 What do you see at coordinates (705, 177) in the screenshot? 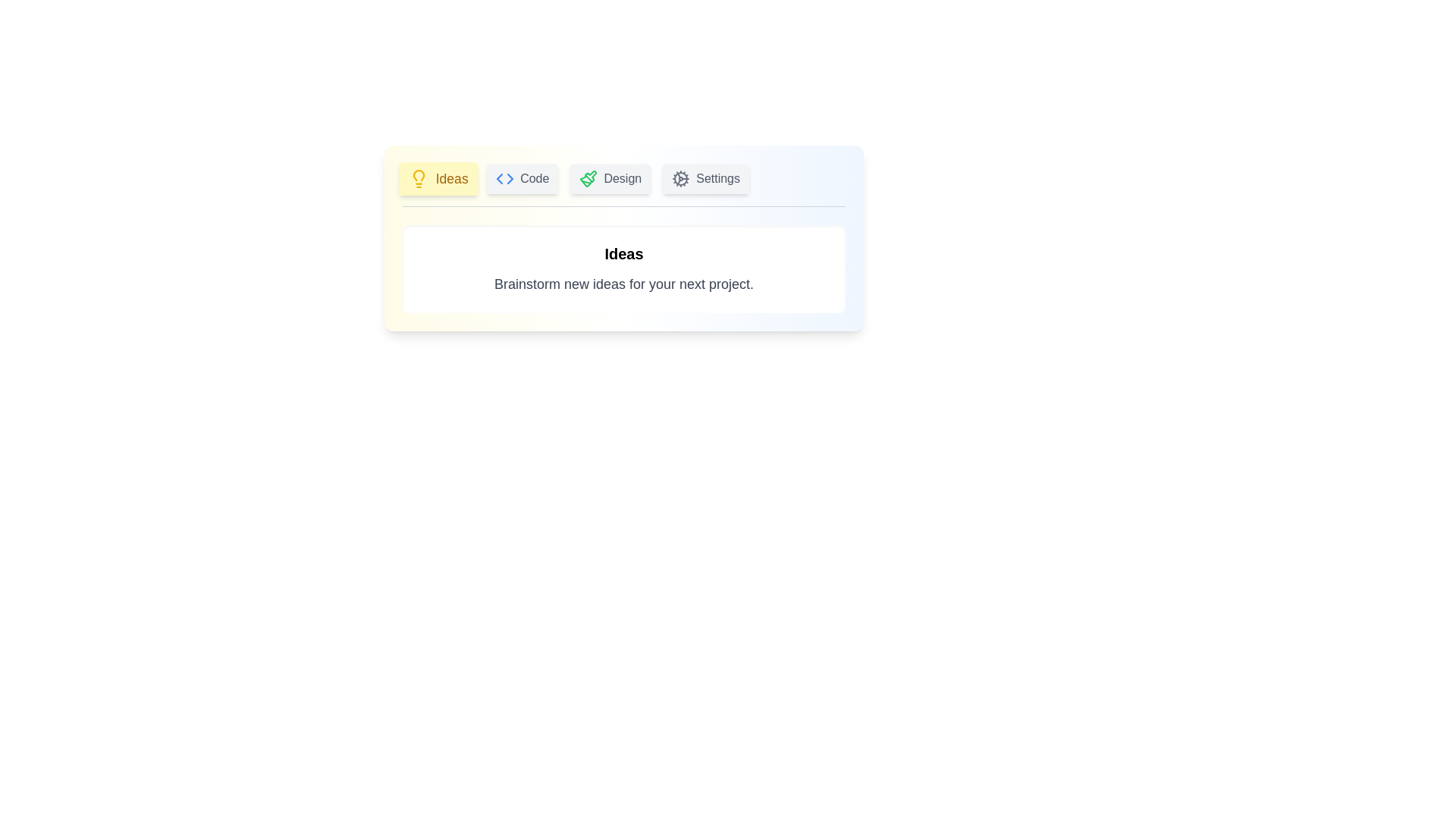
I see `the Settings tab` at bounding box center [705, 177].